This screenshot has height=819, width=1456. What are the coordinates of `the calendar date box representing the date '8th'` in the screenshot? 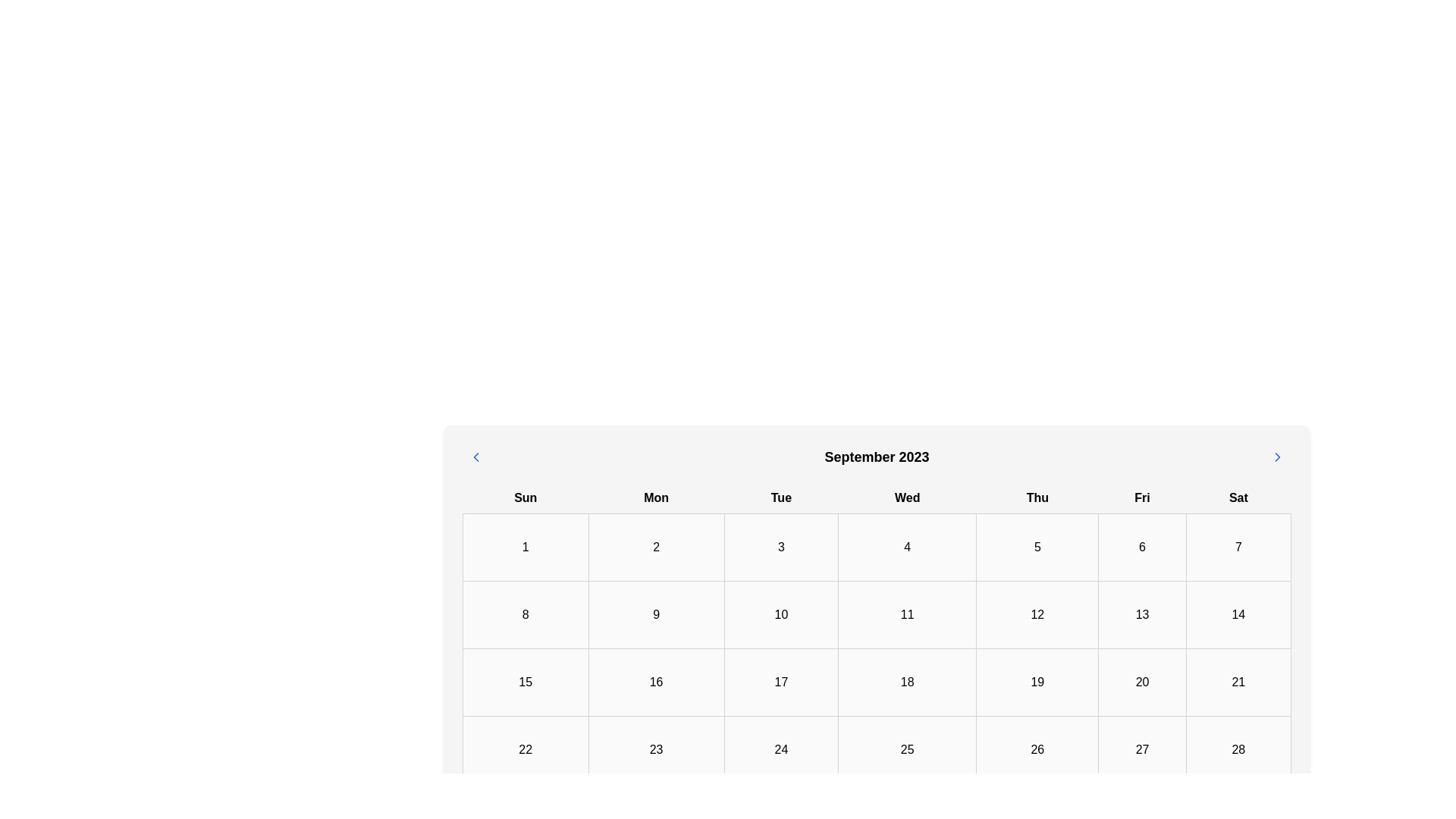 It's located at (526, 614).